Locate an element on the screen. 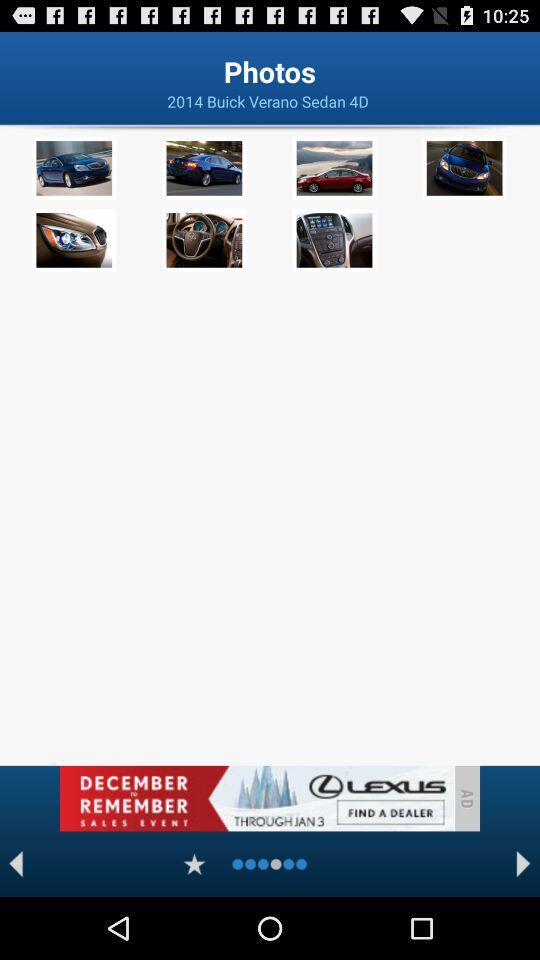  advertisement is located at coordinates (256, 798).